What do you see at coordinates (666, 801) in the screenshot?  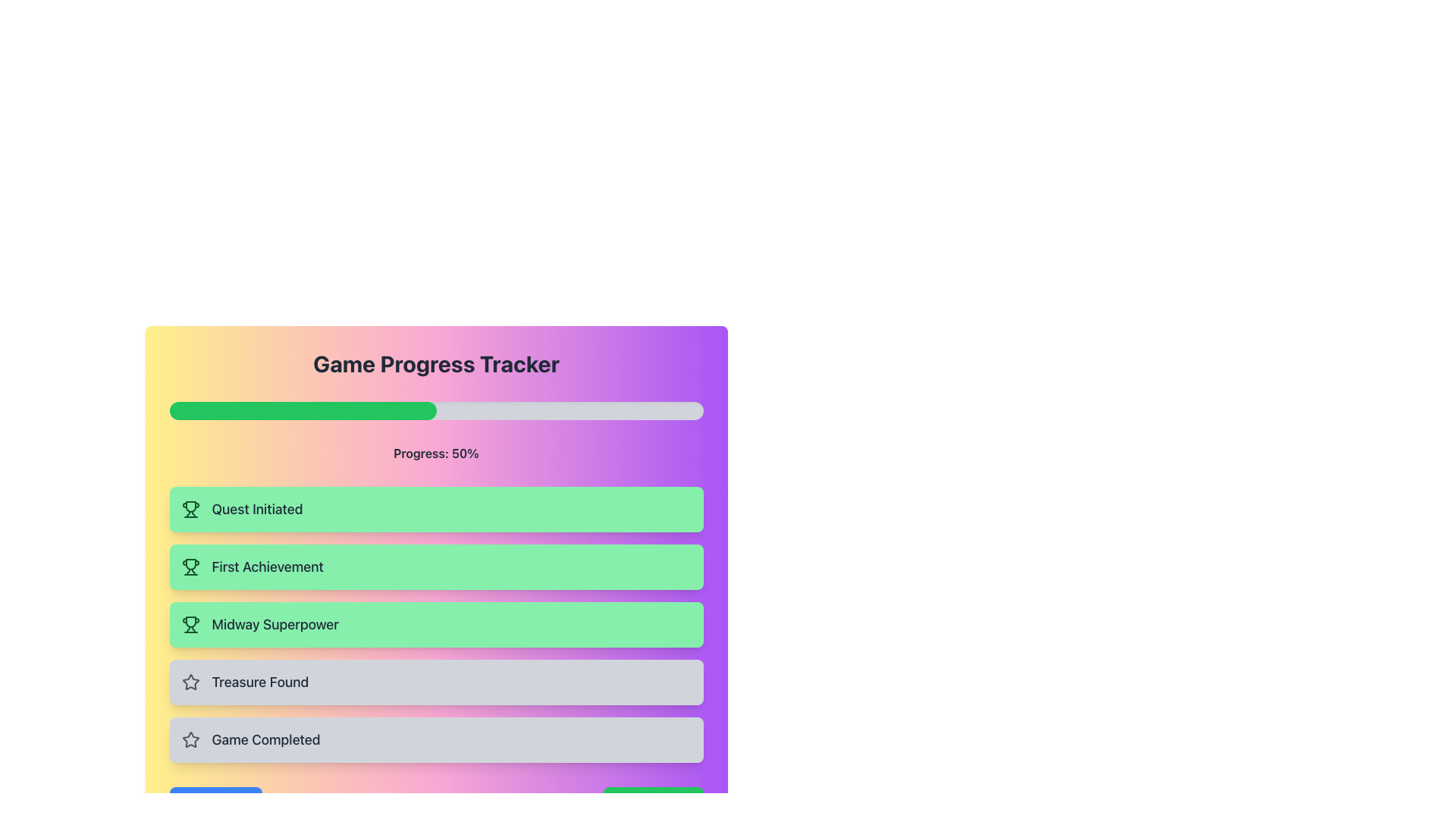 I see `the 'Advance' text label within the green button for accessibility purposes` at bounding box center [666, 801].